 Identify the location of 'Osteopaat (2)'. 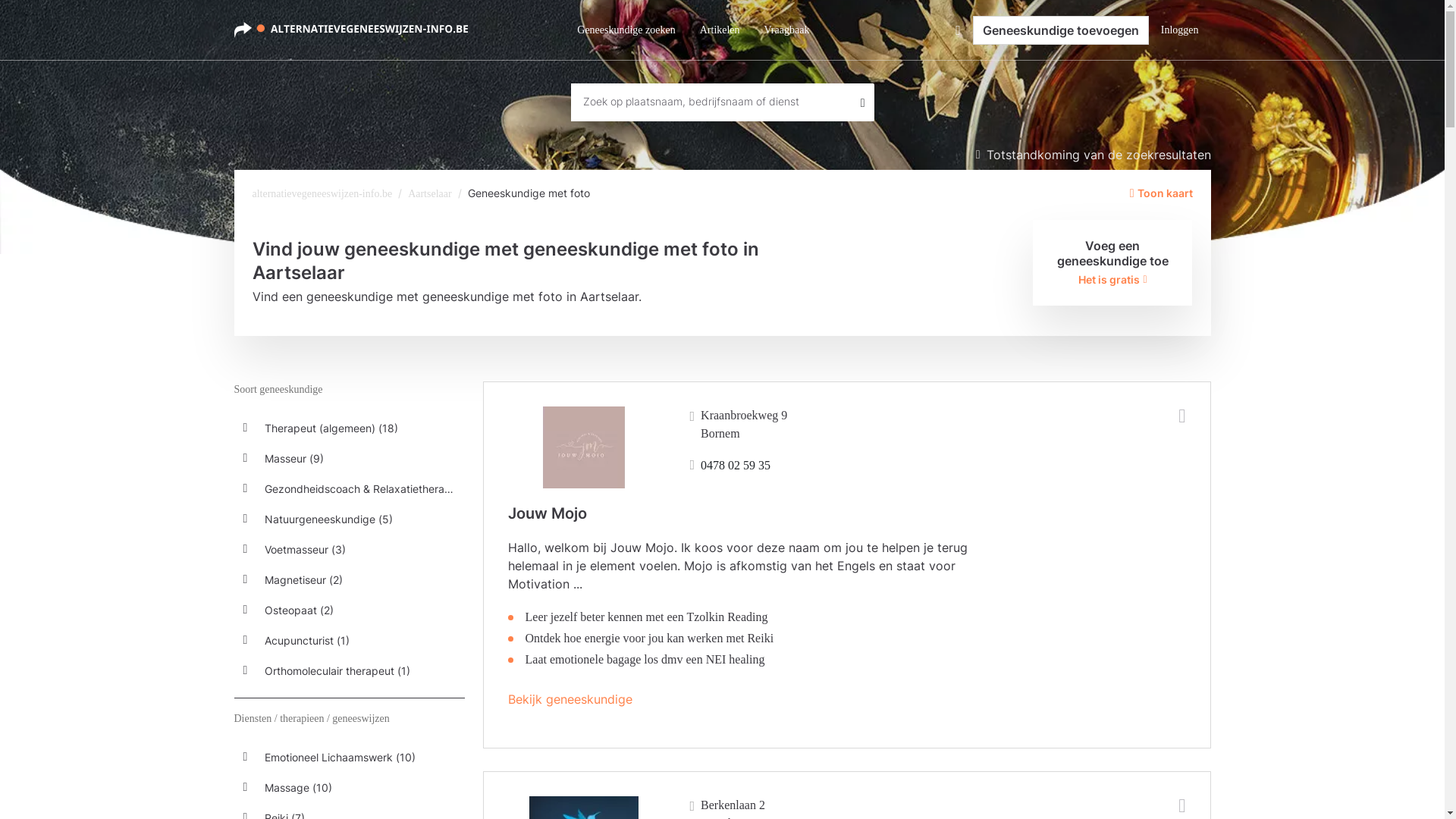
(348, 608).